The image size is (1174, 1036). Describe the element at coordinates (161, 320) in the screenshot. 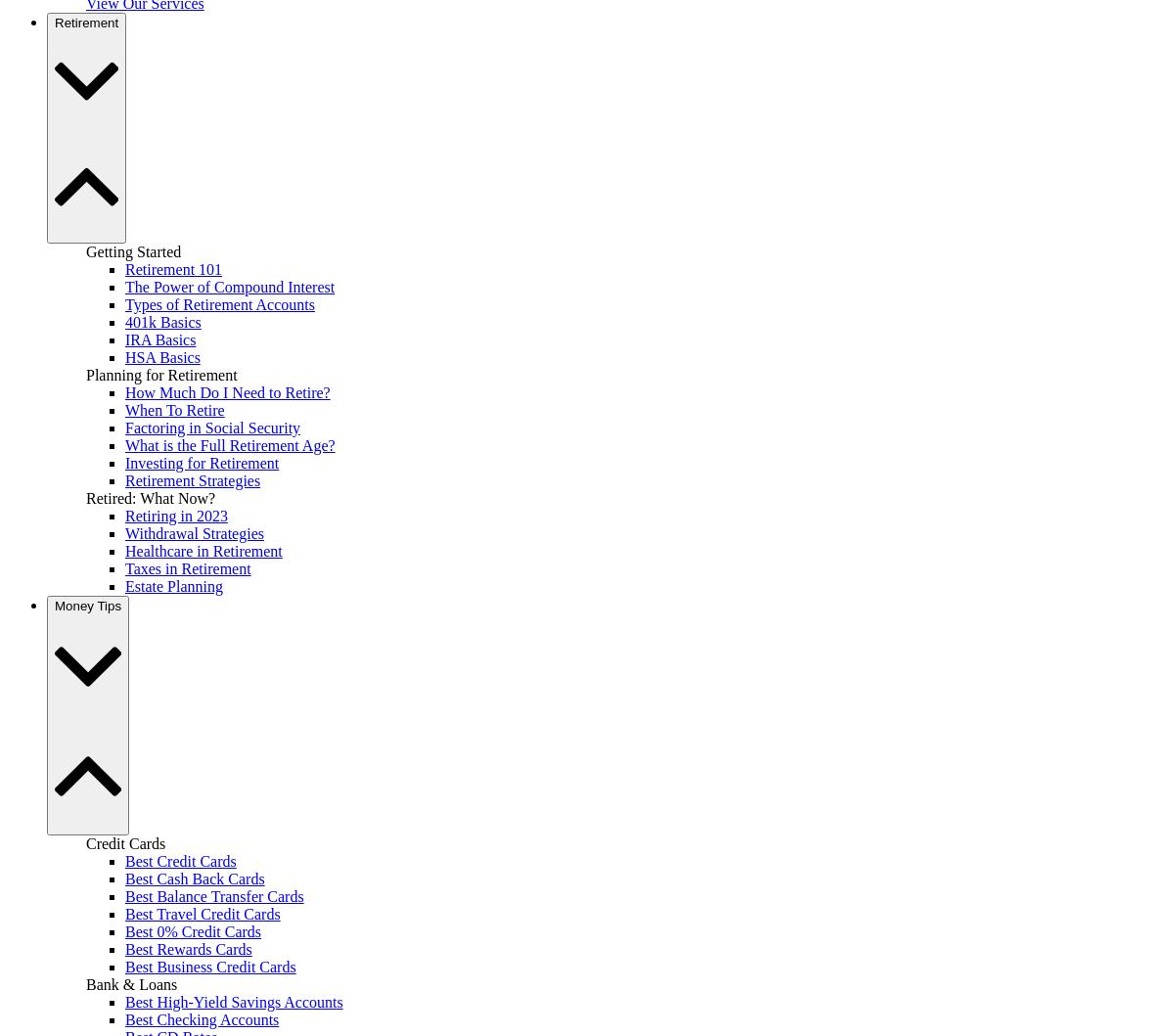

I see `'401k Basics'` at that location.